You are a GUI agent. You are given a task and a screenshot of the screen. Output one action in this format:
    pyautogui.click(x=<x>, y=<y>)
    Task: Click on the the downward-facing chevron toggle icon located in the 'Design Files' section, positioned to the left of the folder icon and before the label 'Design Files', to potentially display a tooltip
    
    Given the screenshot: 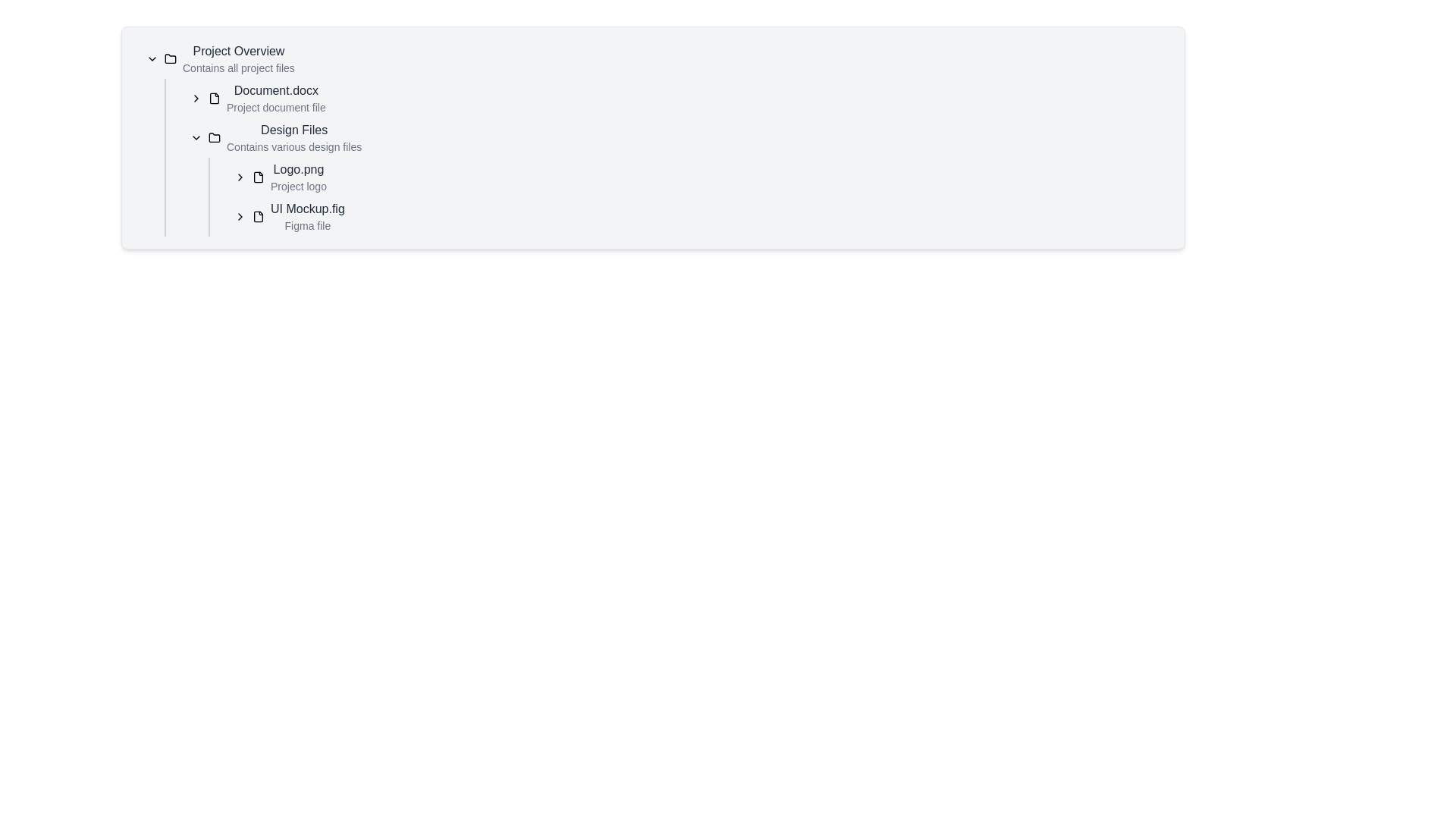 What is the action you would take?
    pyautogui.click(x=196, y=137)
    